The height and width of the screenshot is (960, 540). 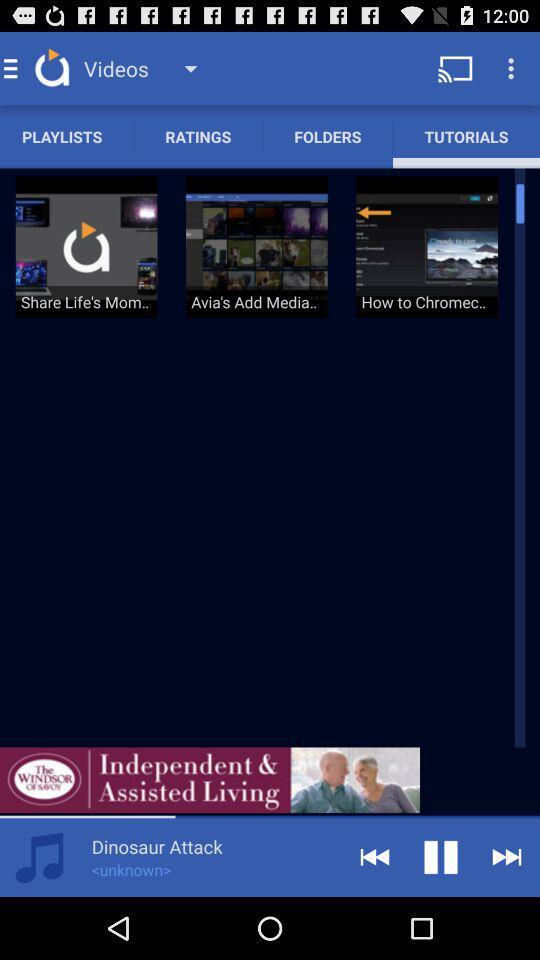 What do you see at coordinates (39, 917) in the screenshot?
I see `the music icon` at bounding box center [39, 917].